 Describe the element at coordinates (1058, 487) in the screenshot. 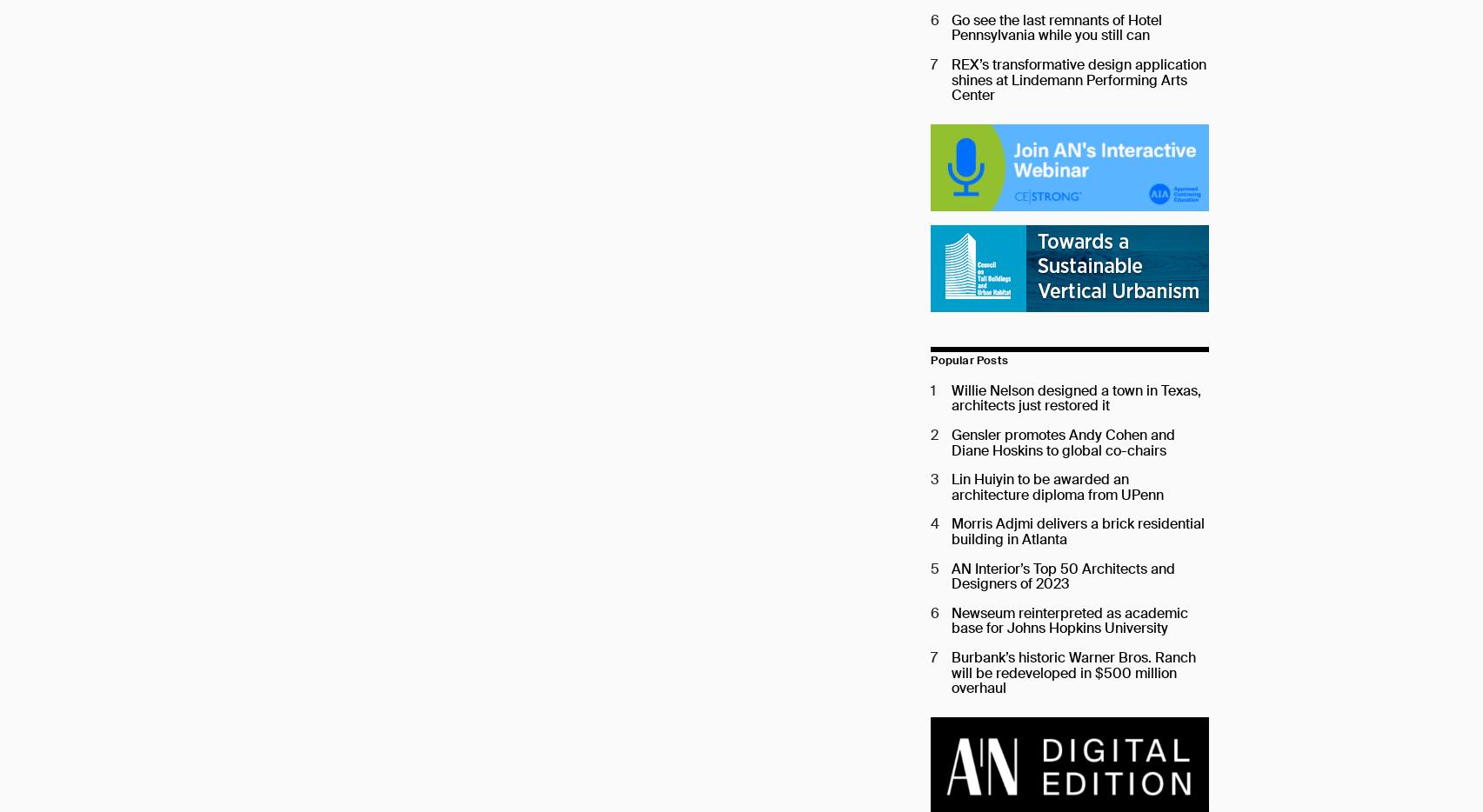

I see `'Lin Huiyin to be awarded an architecture diploma from UPenn'` at that location.